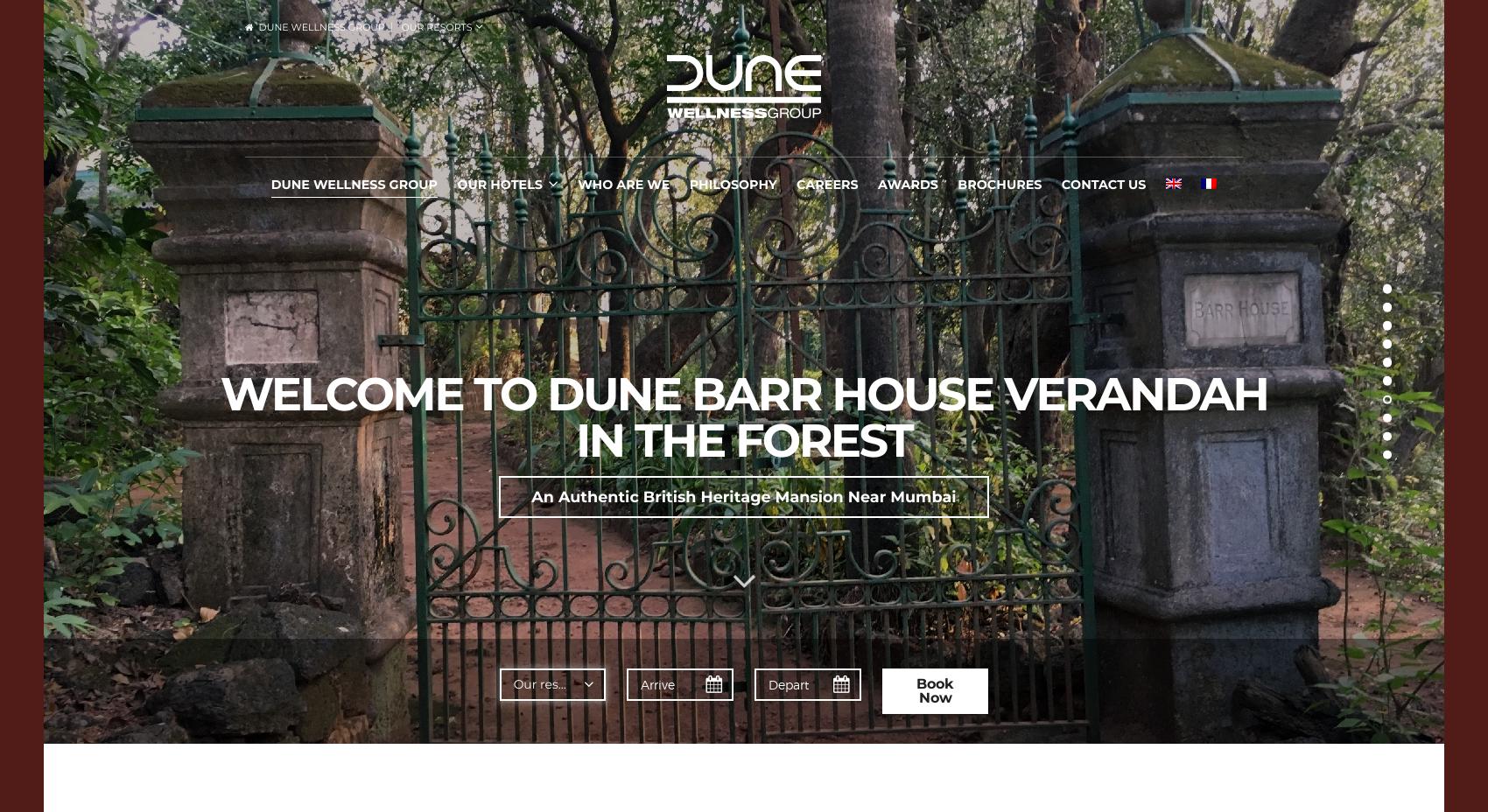  What do you see at coordinates (204, 617) in the screenshot?
I see `'A relocated 150 years old Kerala house in the middle of the plantation'` at bounding box center [204, 617].